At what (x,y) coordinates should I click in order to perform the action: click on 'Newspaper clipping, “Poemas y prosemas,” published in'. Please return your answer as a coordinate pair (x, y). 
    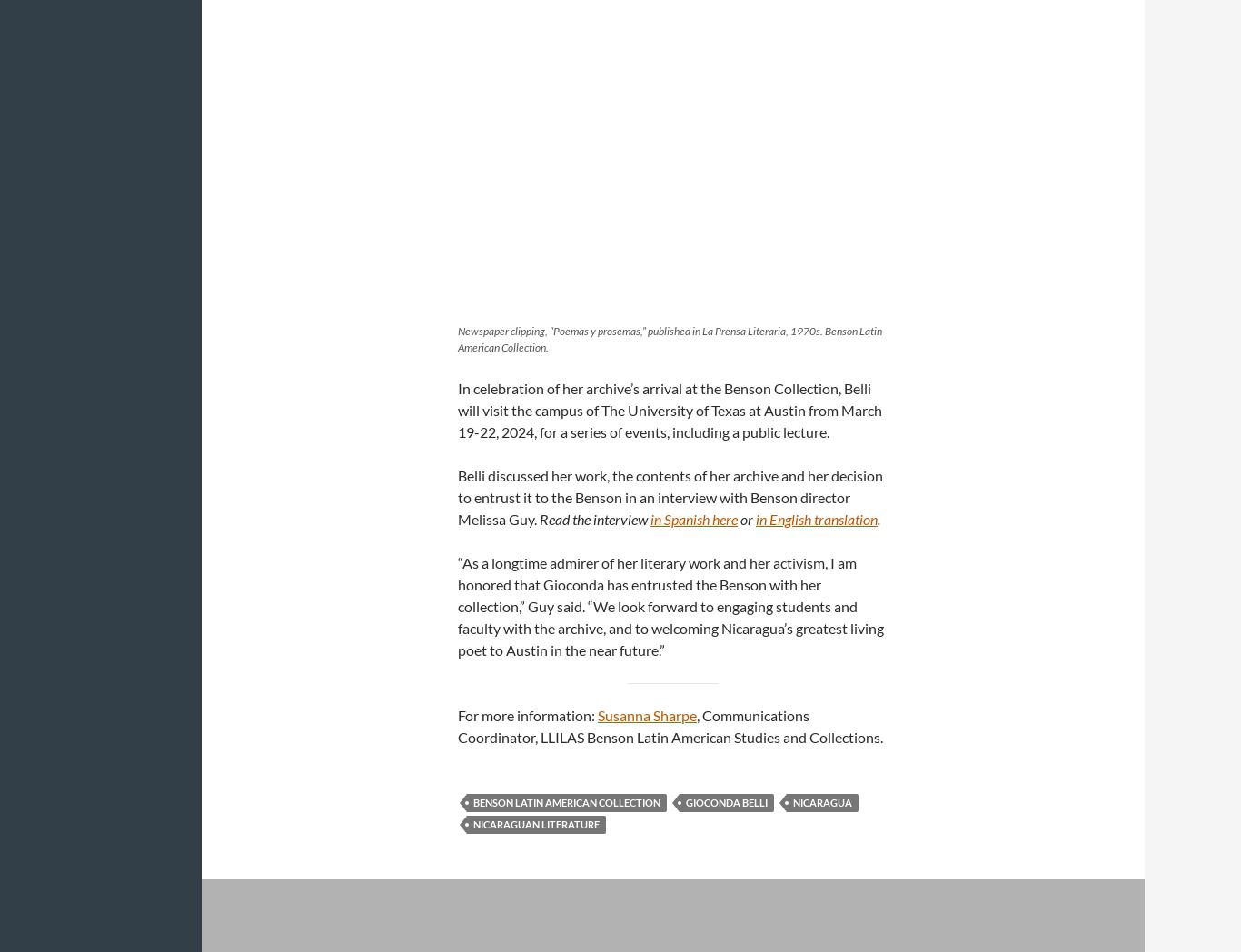
    Looking at the image, I should click on (579, 329).